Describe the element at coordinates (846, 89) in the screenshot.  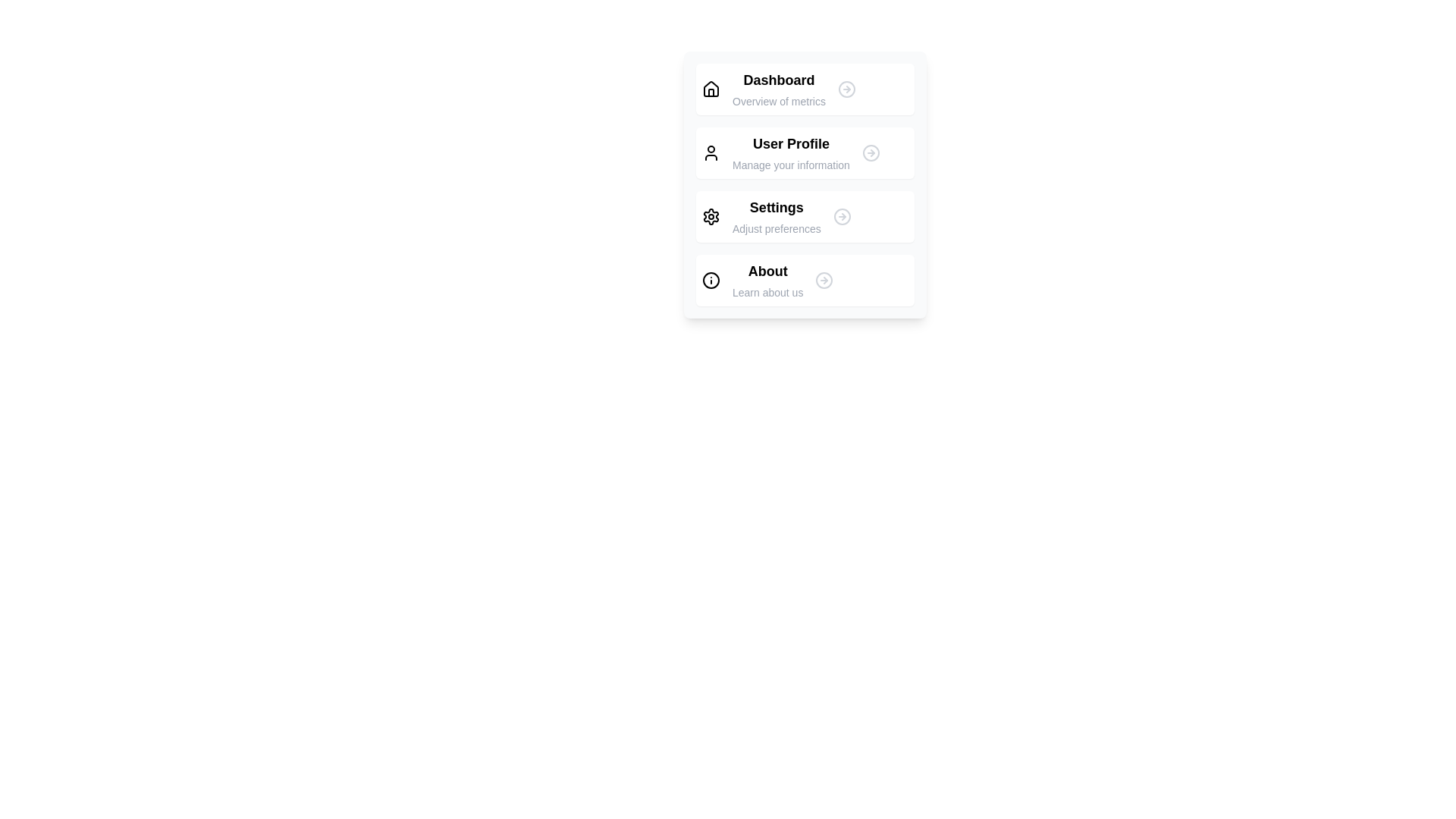
I see `the circle SVG element that is part of the arrow-circle icon located near the top-right section of the 'Dashboard' list item in the application menu` at that location.